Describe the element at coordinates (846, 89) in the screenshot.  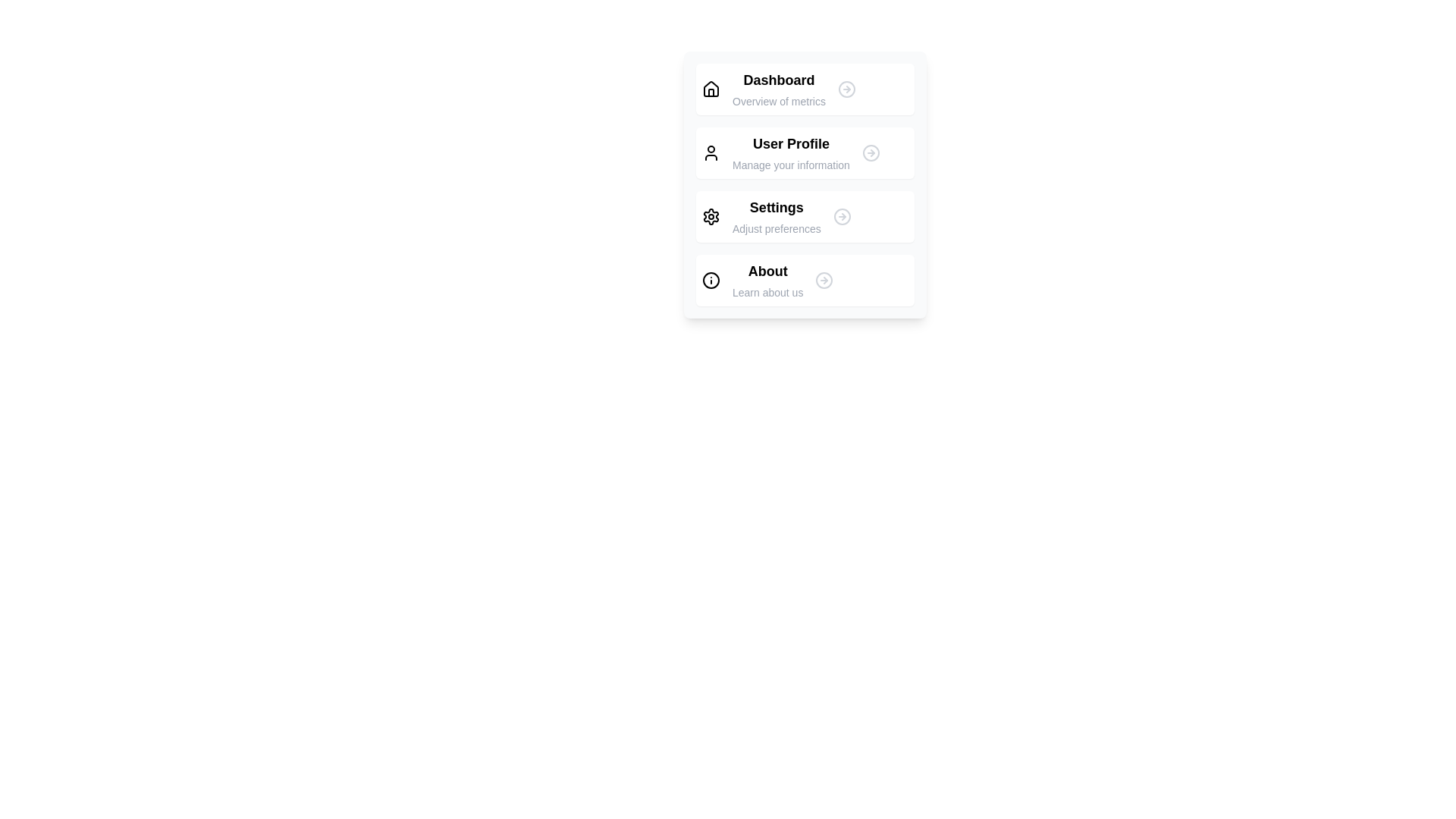
I see `the circle SVG element that is part of the arrow-circle icon located near the top-right section of the 'Dashboard' list item in the application menu` at that location.